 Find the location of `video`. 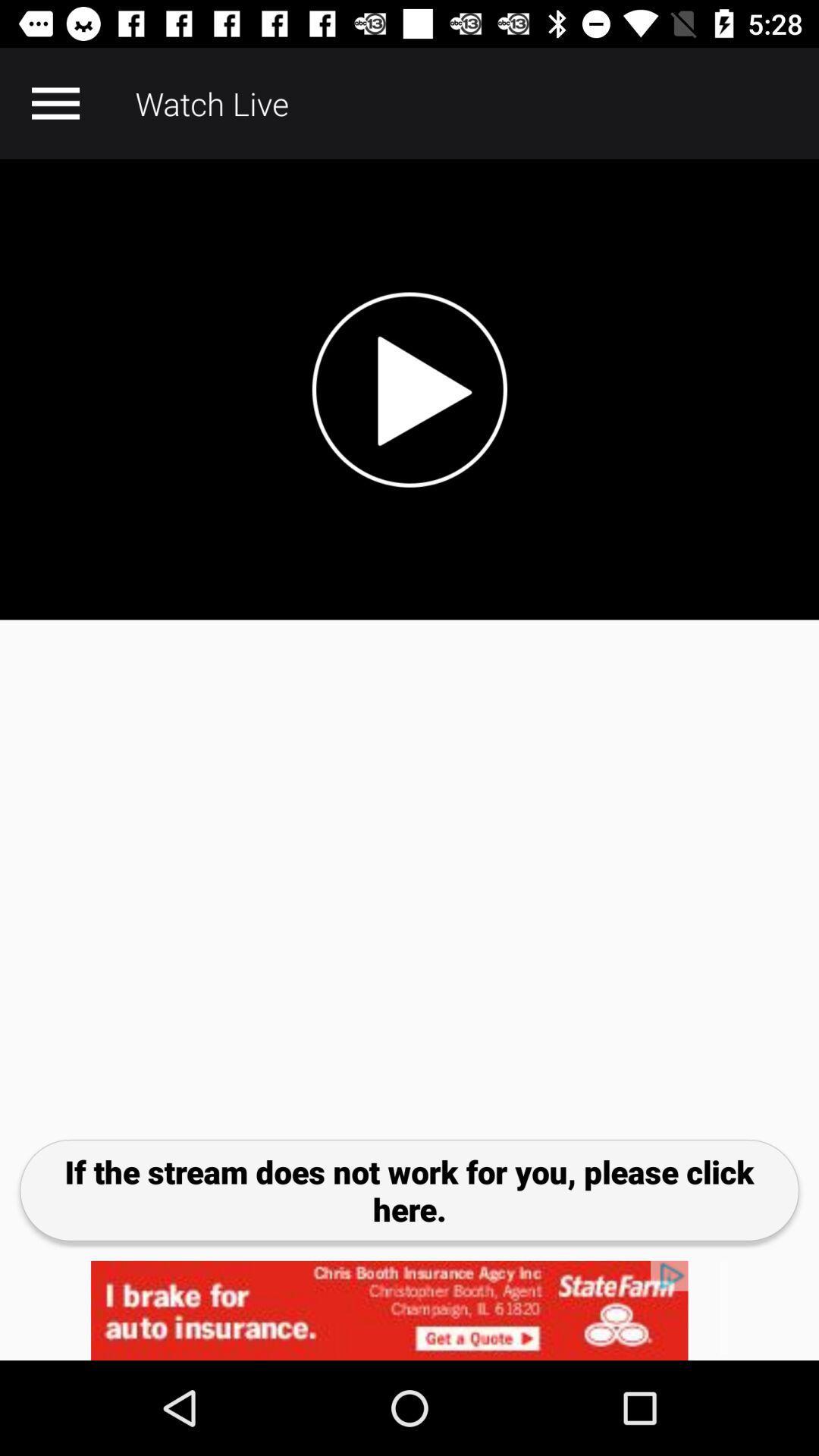

video is located at coordinates (409, 389).